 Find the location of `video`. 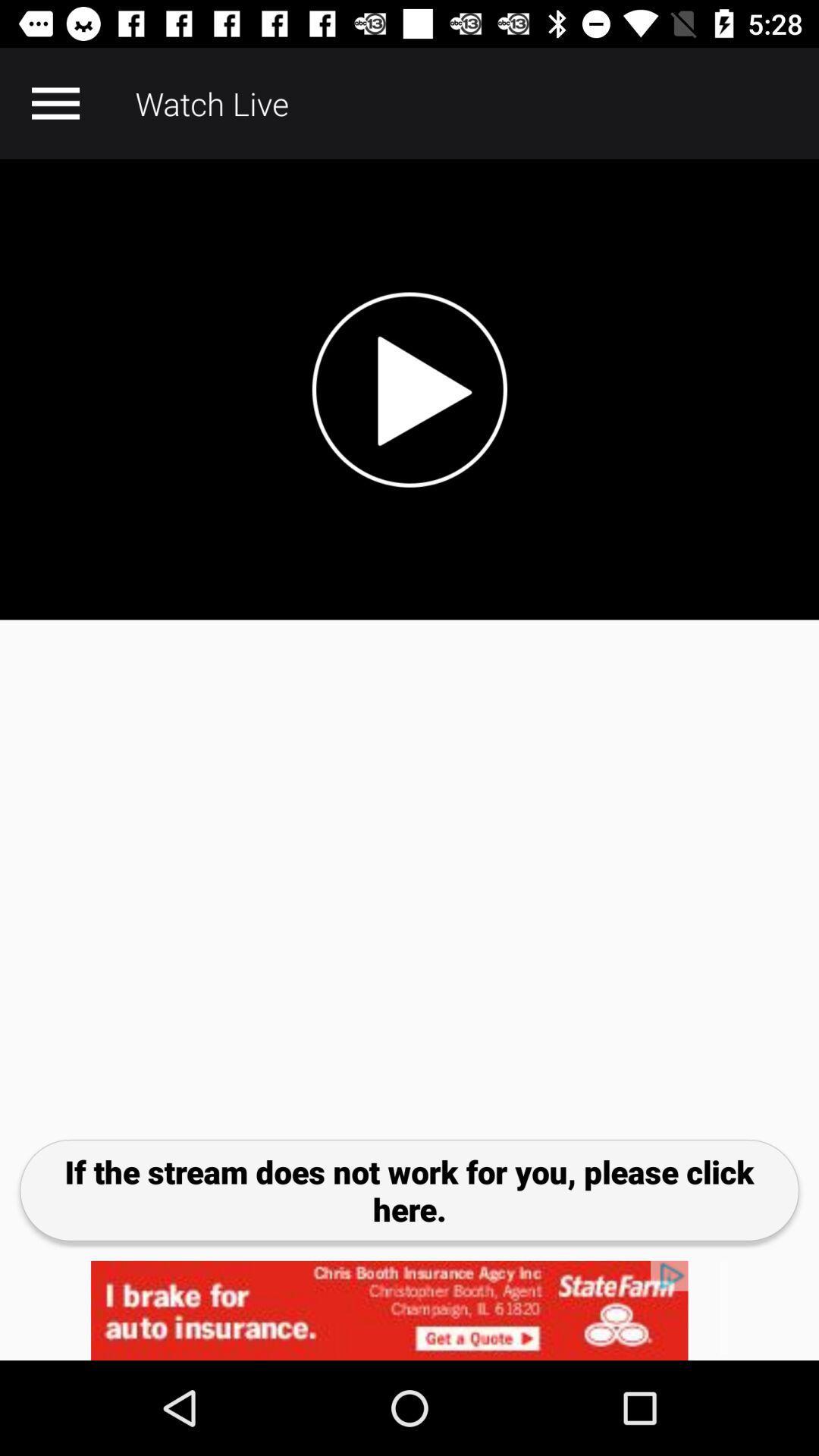

video is located at coordinates (409, 389).